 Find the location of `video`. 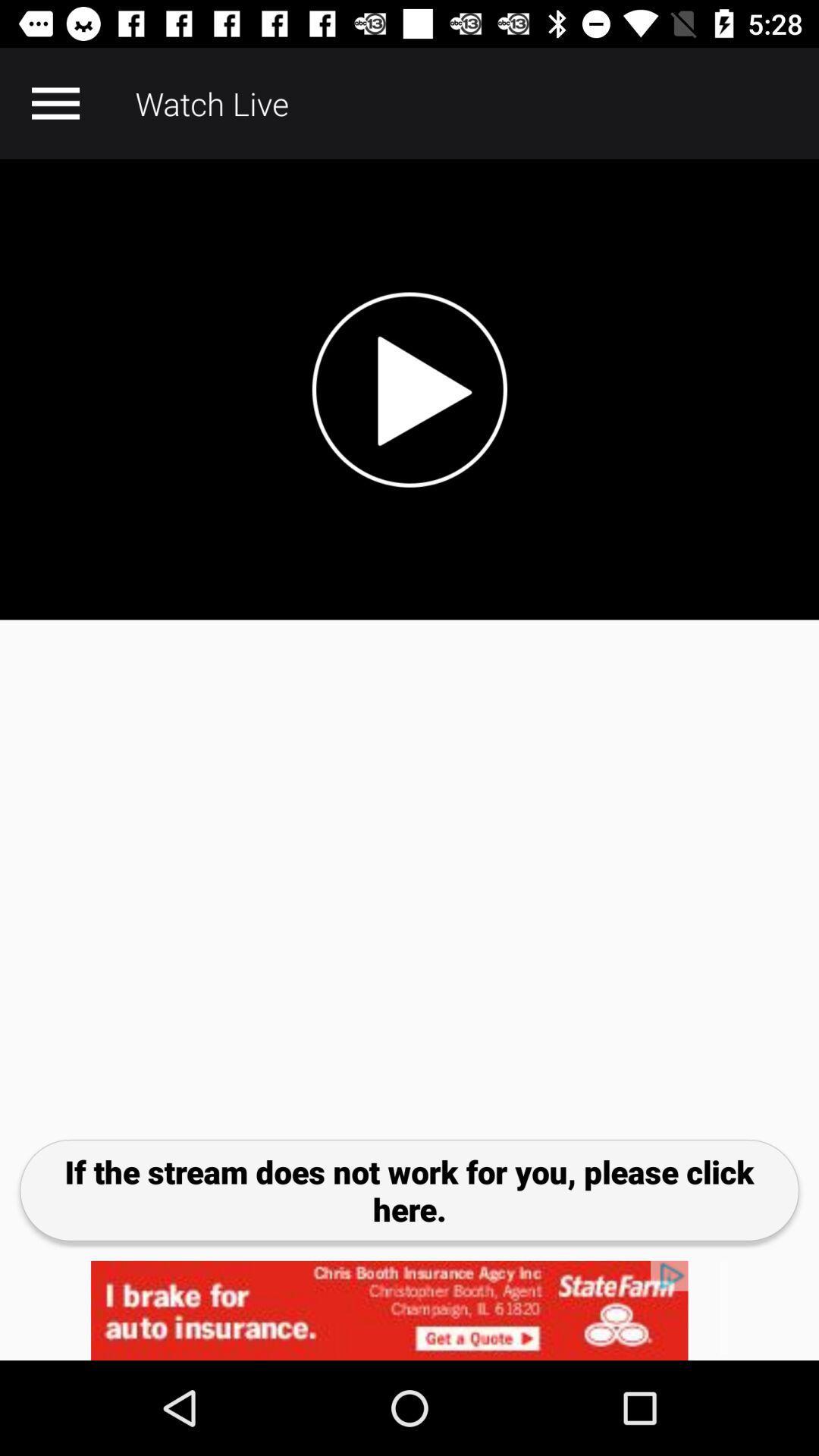

video is located at coordinates (409, 389).